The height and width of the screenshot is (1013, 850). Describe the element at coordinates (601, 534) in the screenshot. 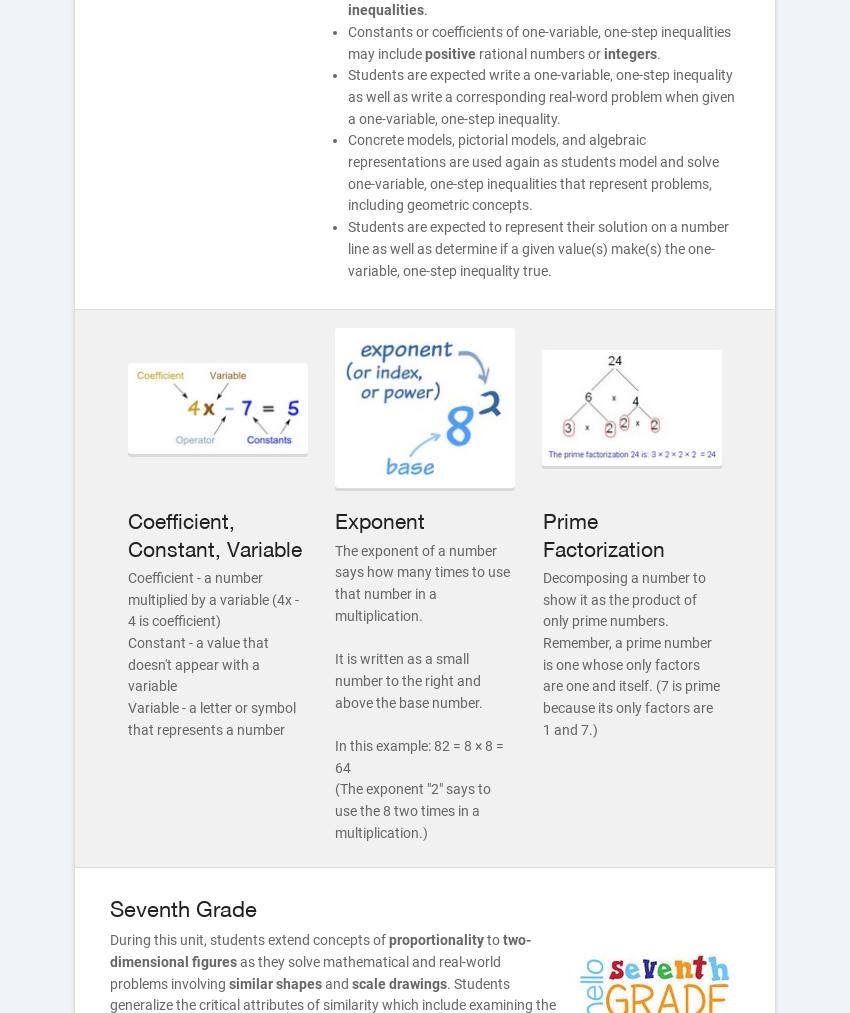

I see `'Prime Factorization'` at that location.